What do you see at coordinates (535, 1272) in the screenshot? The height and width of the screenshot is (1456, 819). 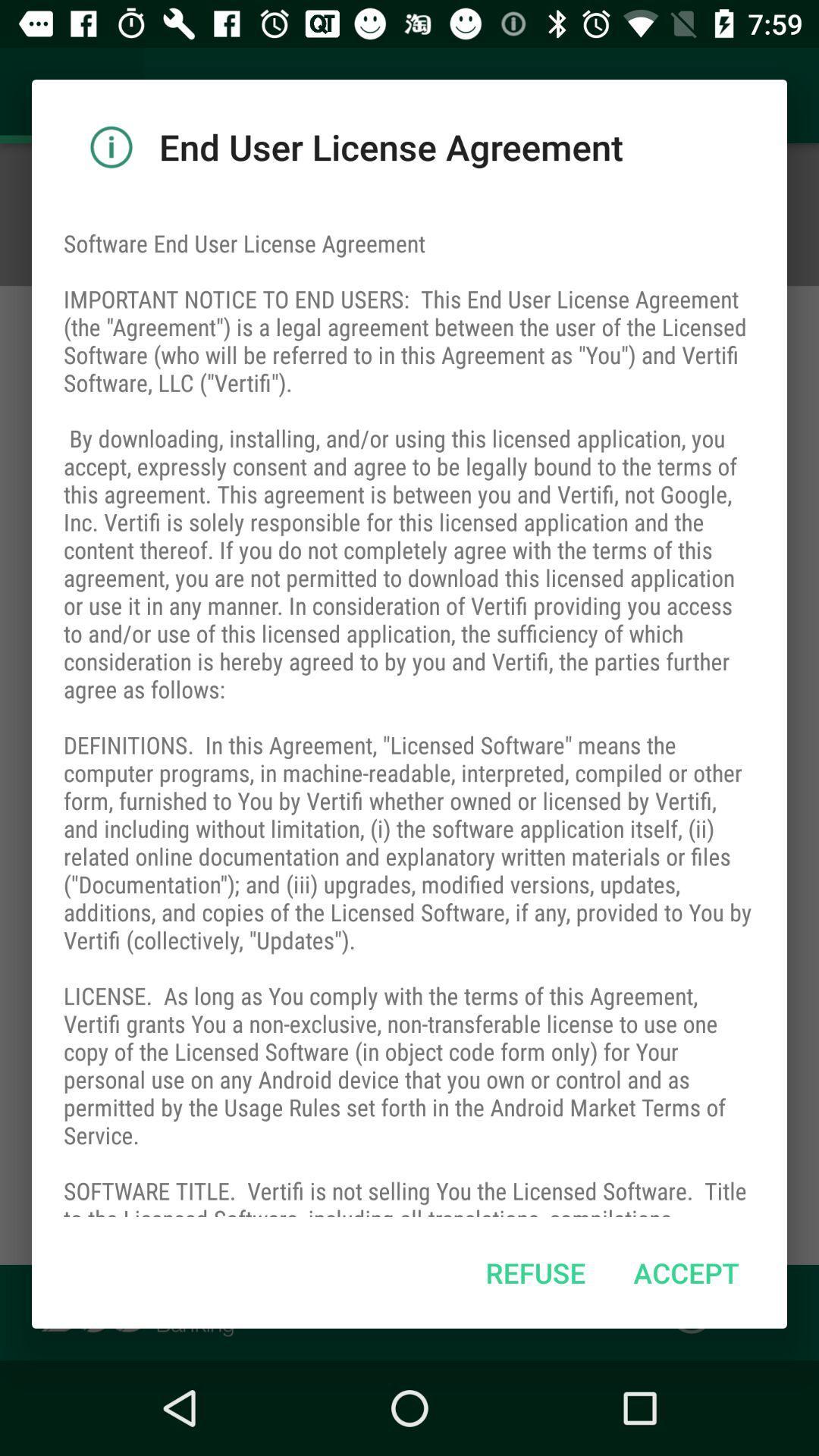 I see `refuse item` at bounding box center [535, 1272].